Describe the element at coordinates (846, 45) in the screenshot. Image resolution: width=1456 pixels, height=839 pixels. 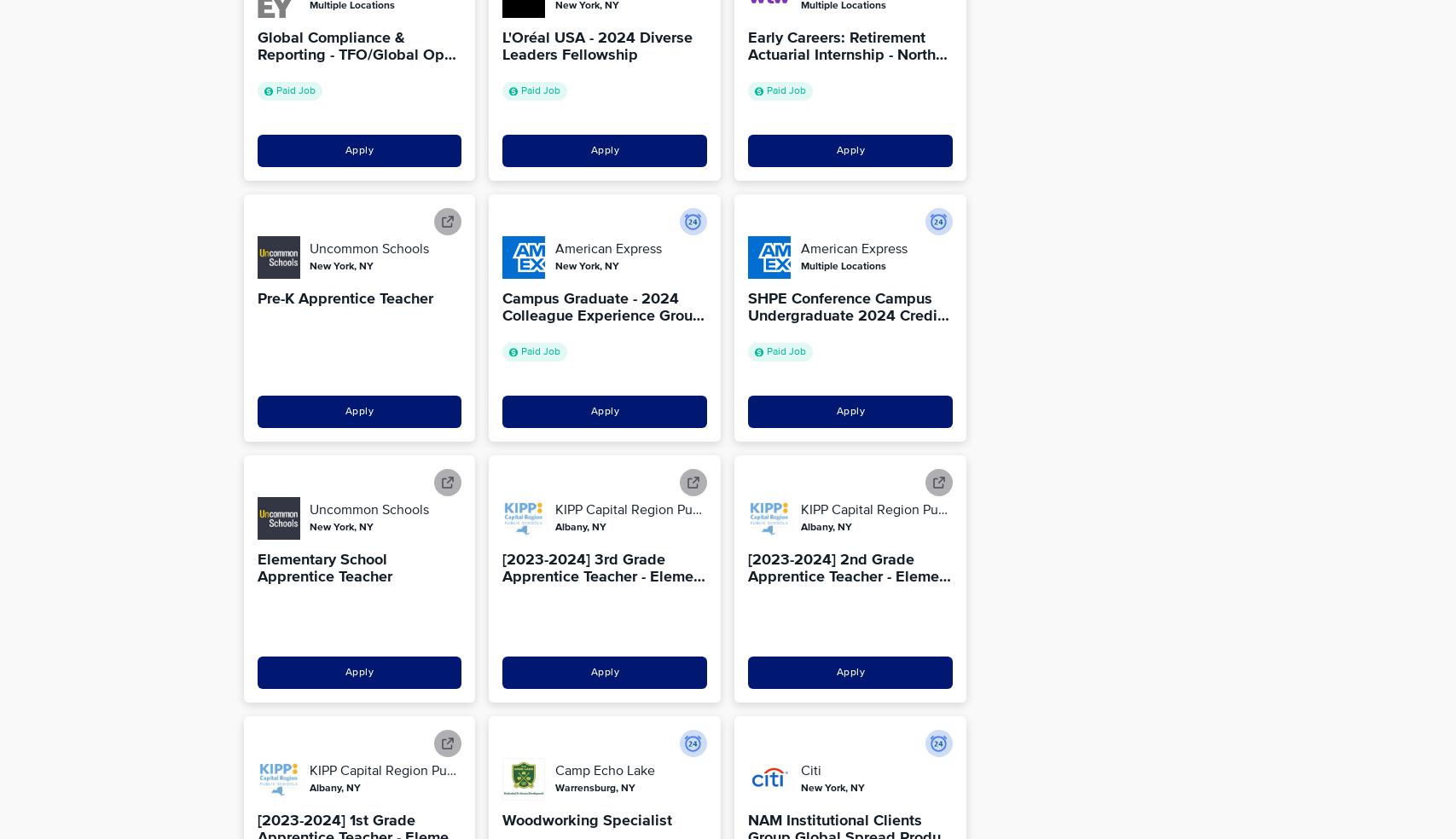
I see `'Early Careers: Retirement Actuarial Internship - North…'` at that location.